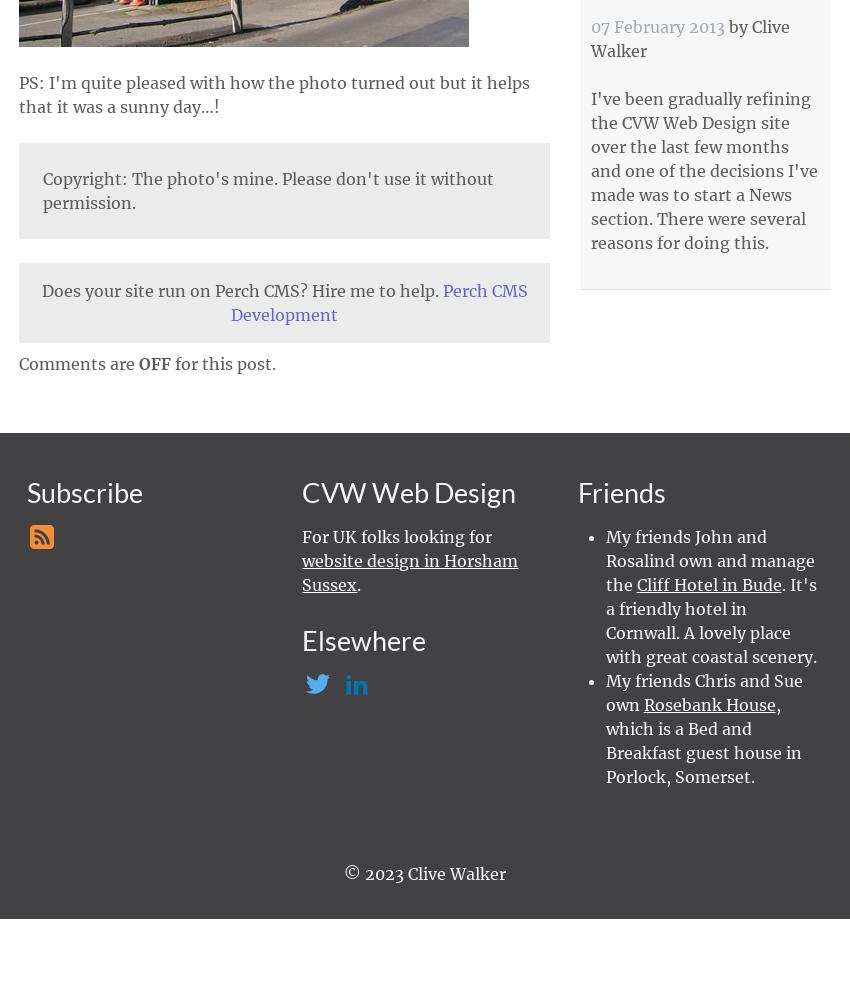 The height and width of the screenshot is (1000, 850). Describe the element at coordinates (223, 362) in the screenshot. I see `'for this post.'` at that location.